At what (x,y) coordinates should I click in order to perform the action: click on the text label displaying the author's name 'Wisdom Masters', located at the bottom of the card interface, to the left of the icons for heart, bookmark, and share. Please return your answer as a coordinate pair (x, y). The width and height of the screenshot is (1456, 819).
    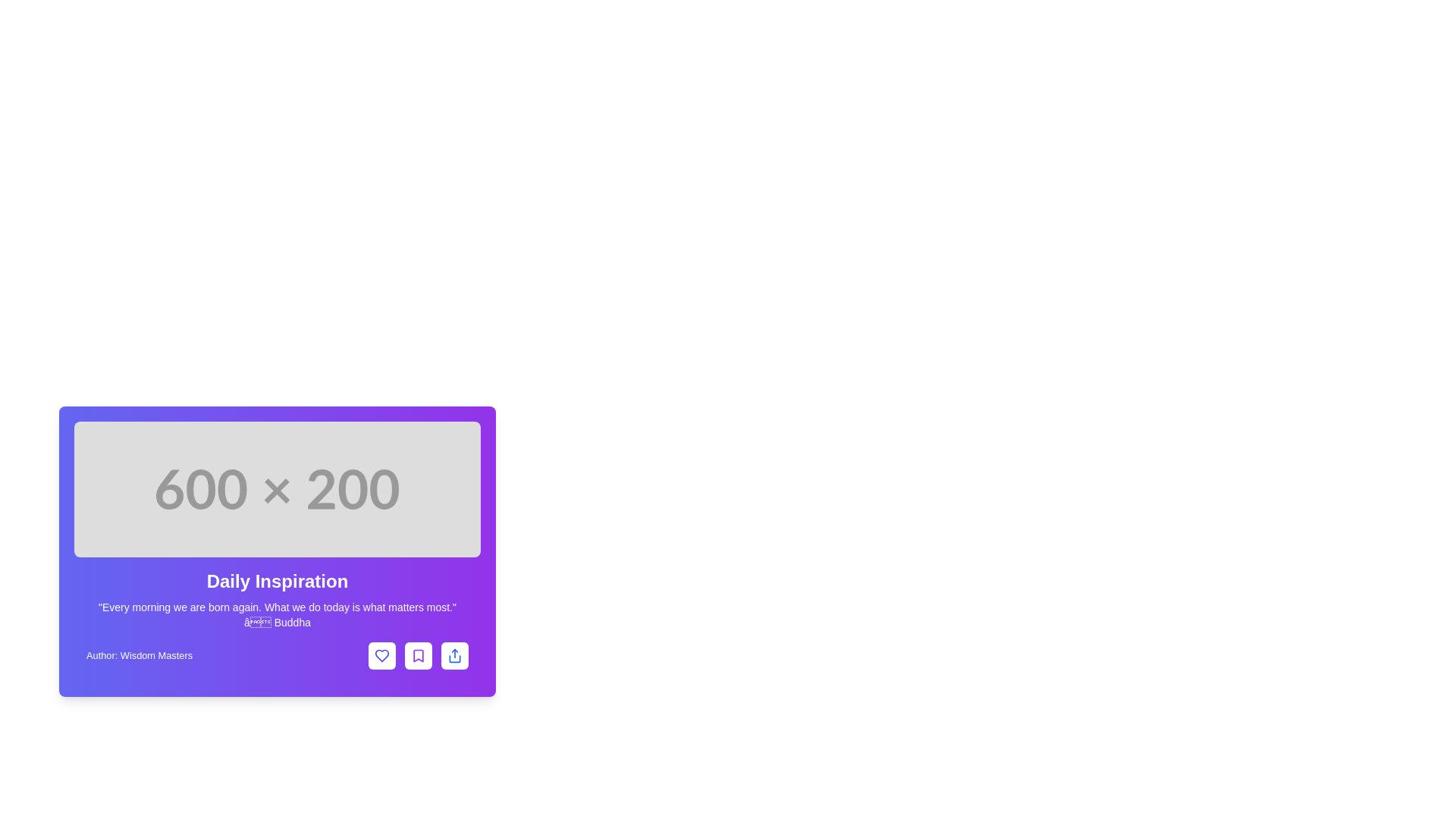
    Looking at the image, I should click on (140, 654).